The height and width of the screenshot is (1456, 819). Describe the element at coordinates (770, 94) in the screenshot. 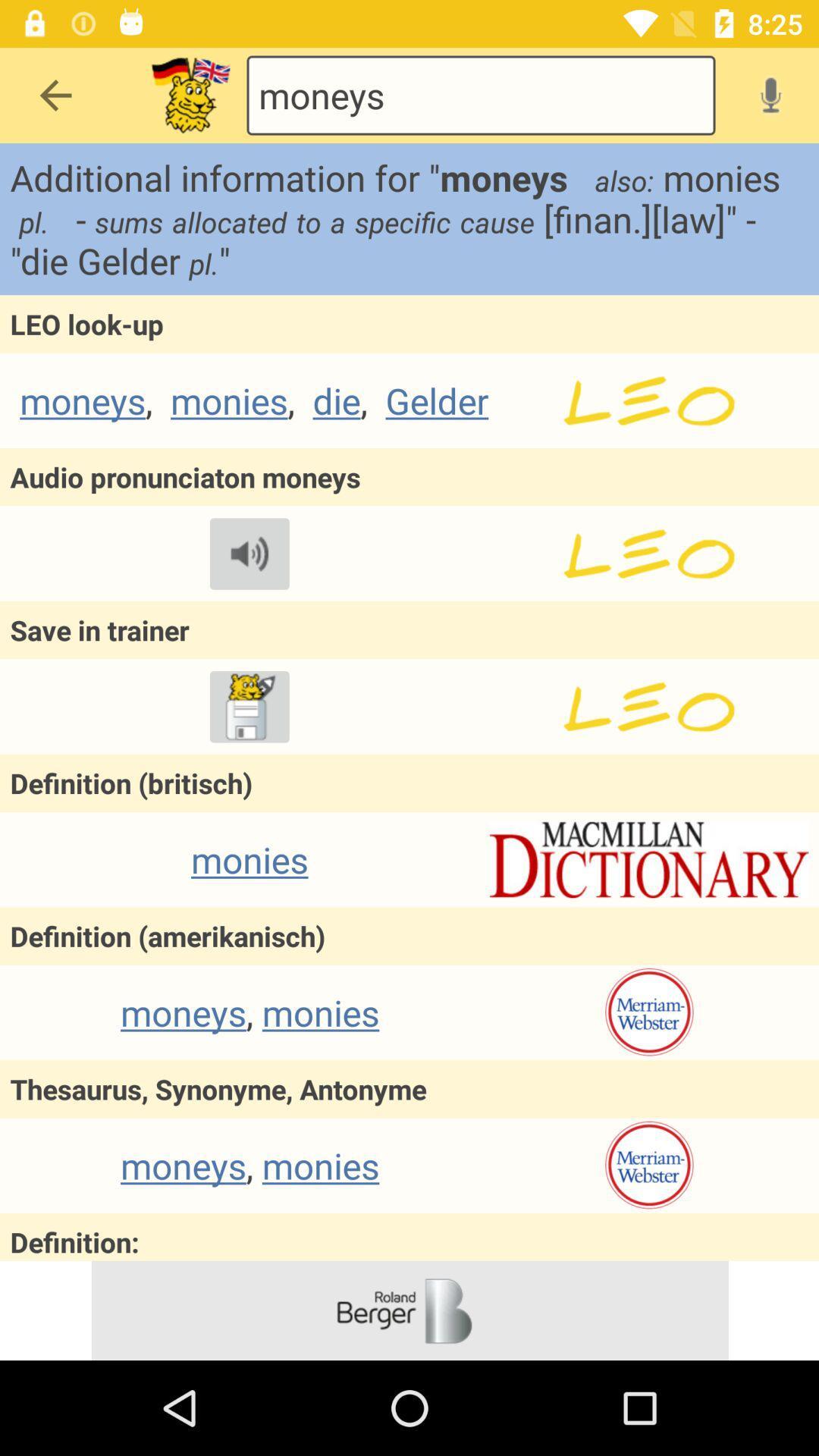

I see `voice search option` at that location.